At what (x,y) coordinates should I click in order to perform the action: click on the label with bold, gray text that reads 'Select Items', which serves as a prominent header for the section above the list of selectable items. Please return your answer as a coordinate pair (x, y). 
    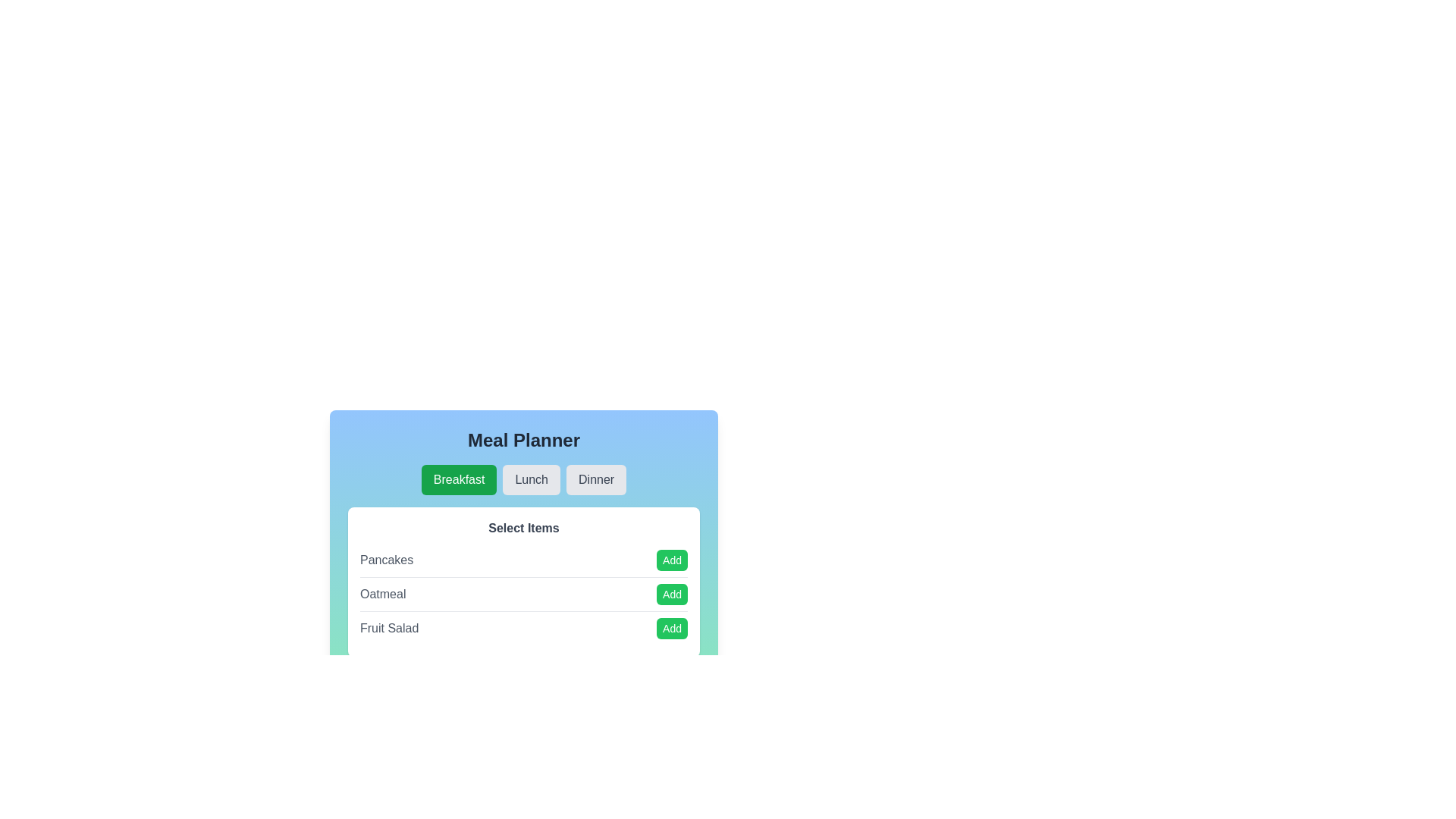
    Looking at the image, I should click on (524, 528).